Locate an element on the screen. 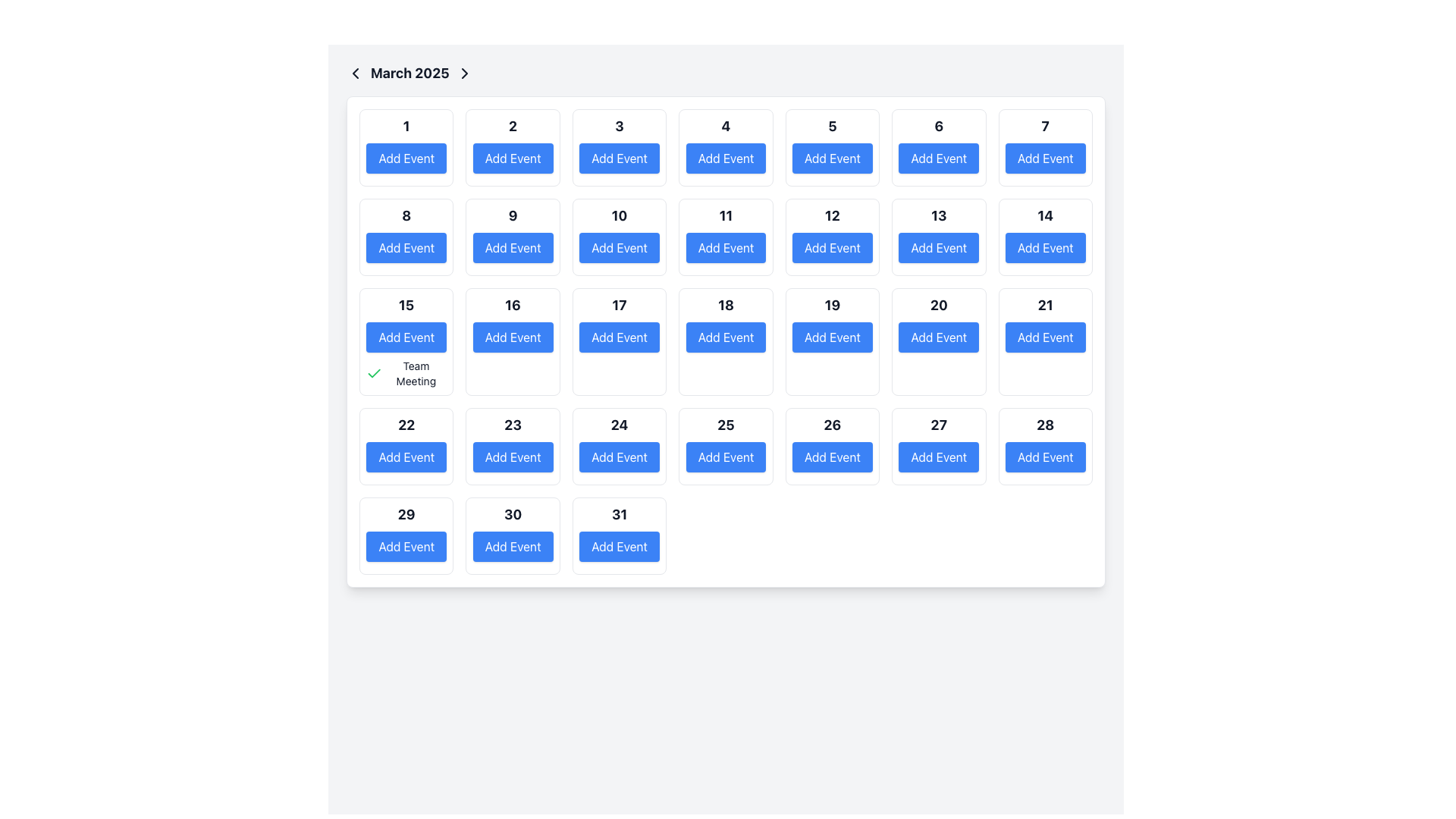 Image resolution: width=1456 pixels, height=819 pixels. the Calendar Day Cell is located at coordinates (831, 342).